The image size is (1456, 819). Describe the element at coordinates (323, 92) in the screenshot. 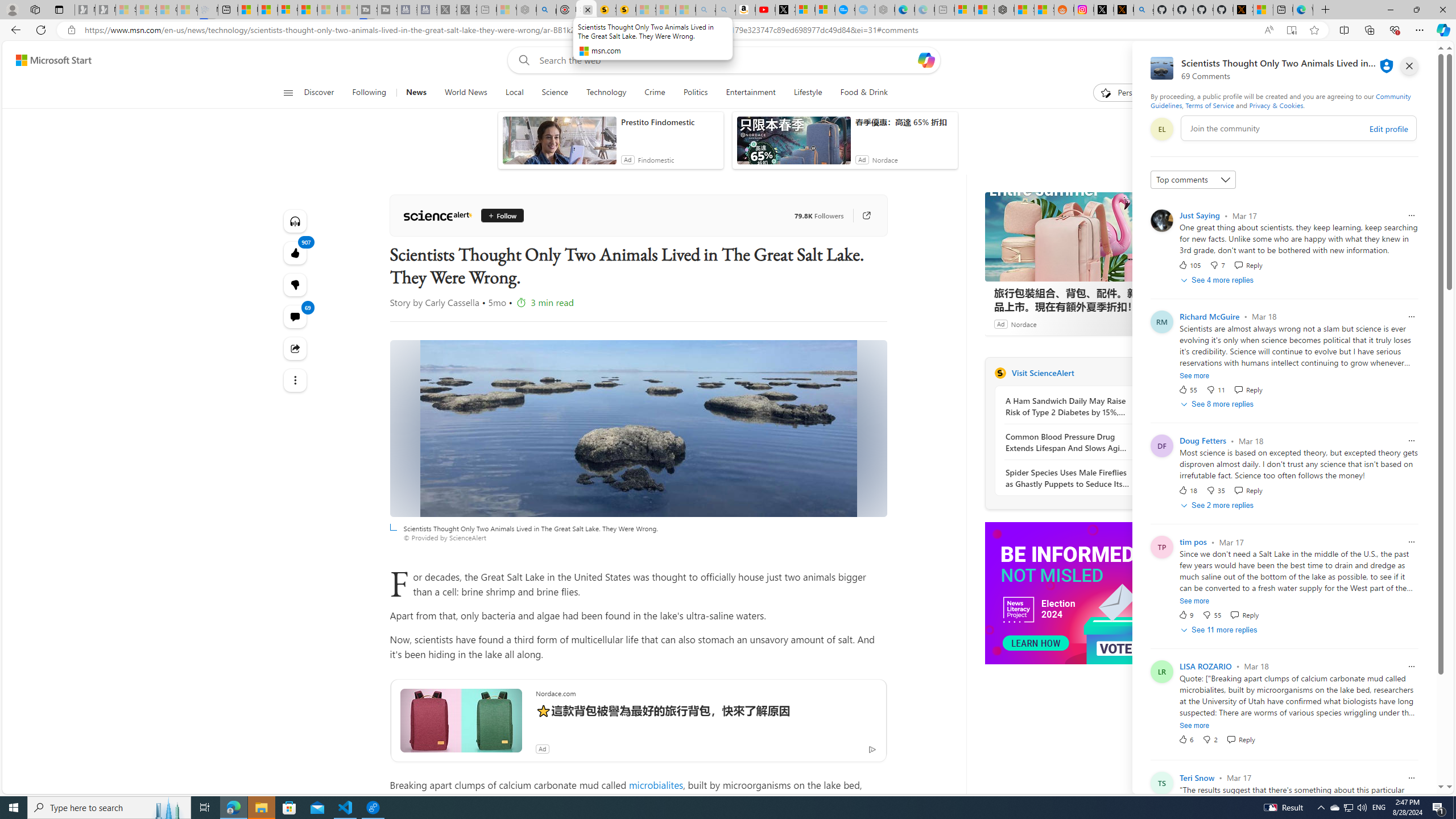

I see `'Discover'` at that location.